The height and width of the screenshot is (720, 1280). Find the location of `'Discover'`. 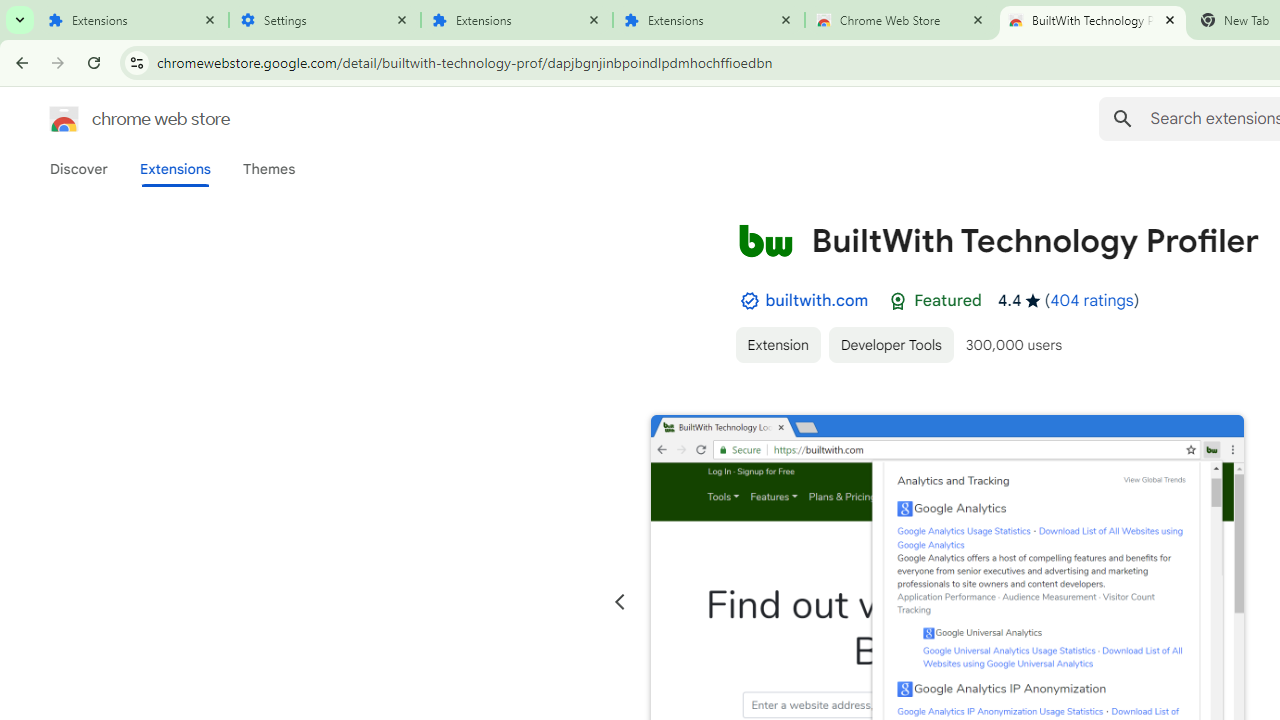

'Discover' is located at coordinates (79, 168).